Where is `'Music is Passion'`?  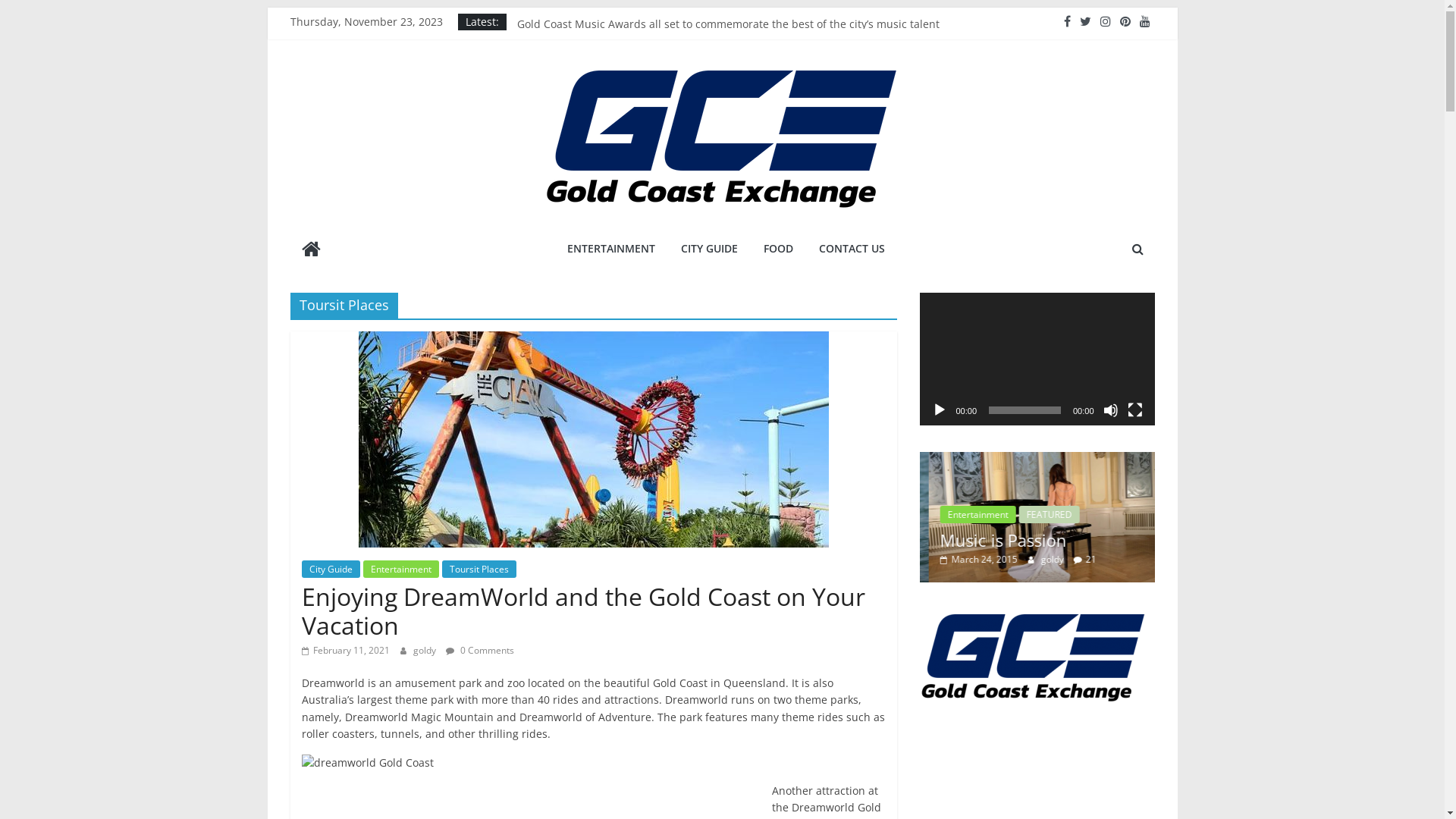 'Music is Passion' is located at coordinates (946, 516).